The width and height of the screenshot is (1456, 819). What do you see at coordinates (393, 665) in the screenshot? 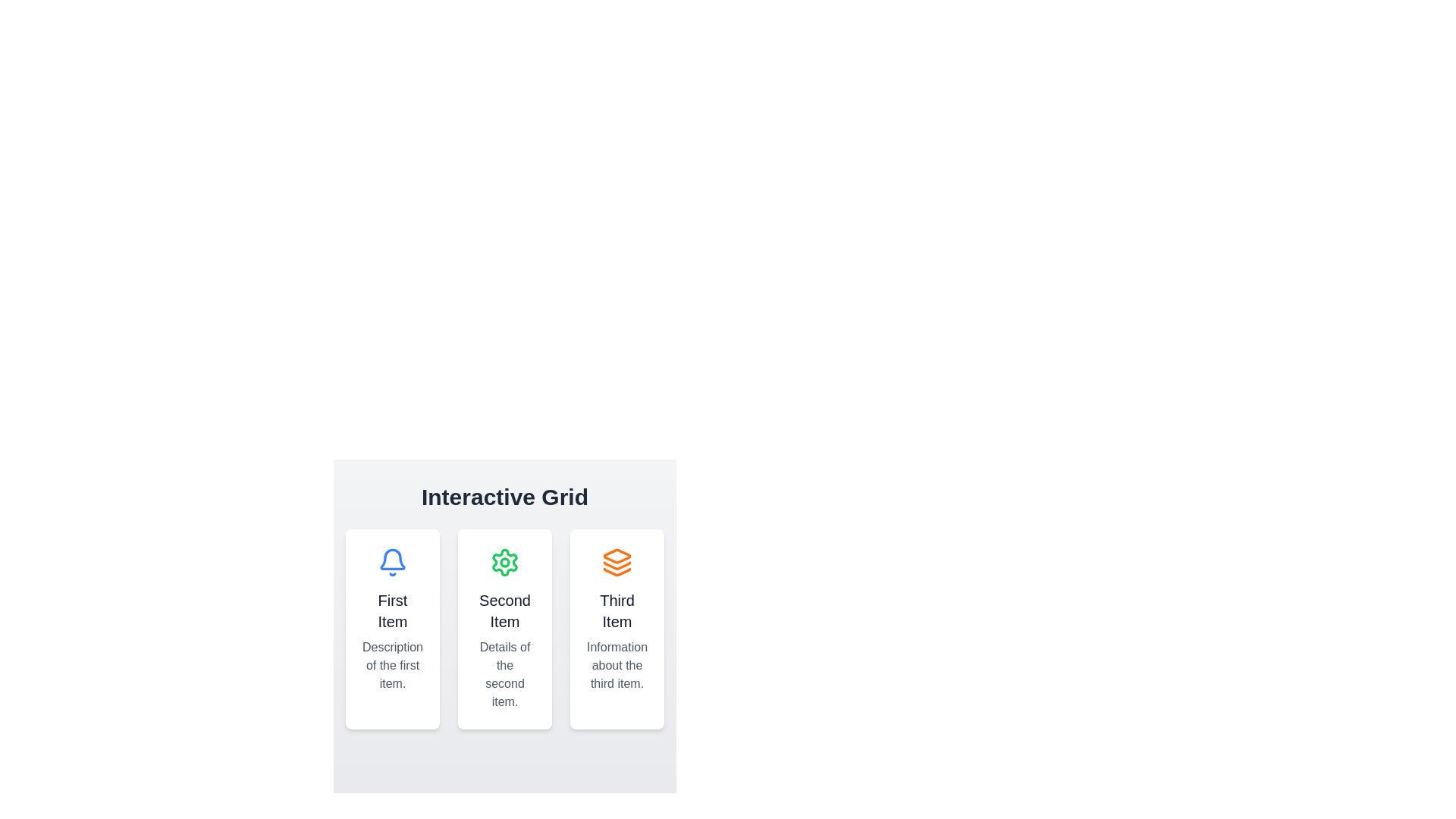
I see `the text label that provides additional information about the 'First Item', located at the bottom of its card` at bounding box center [393, 665].